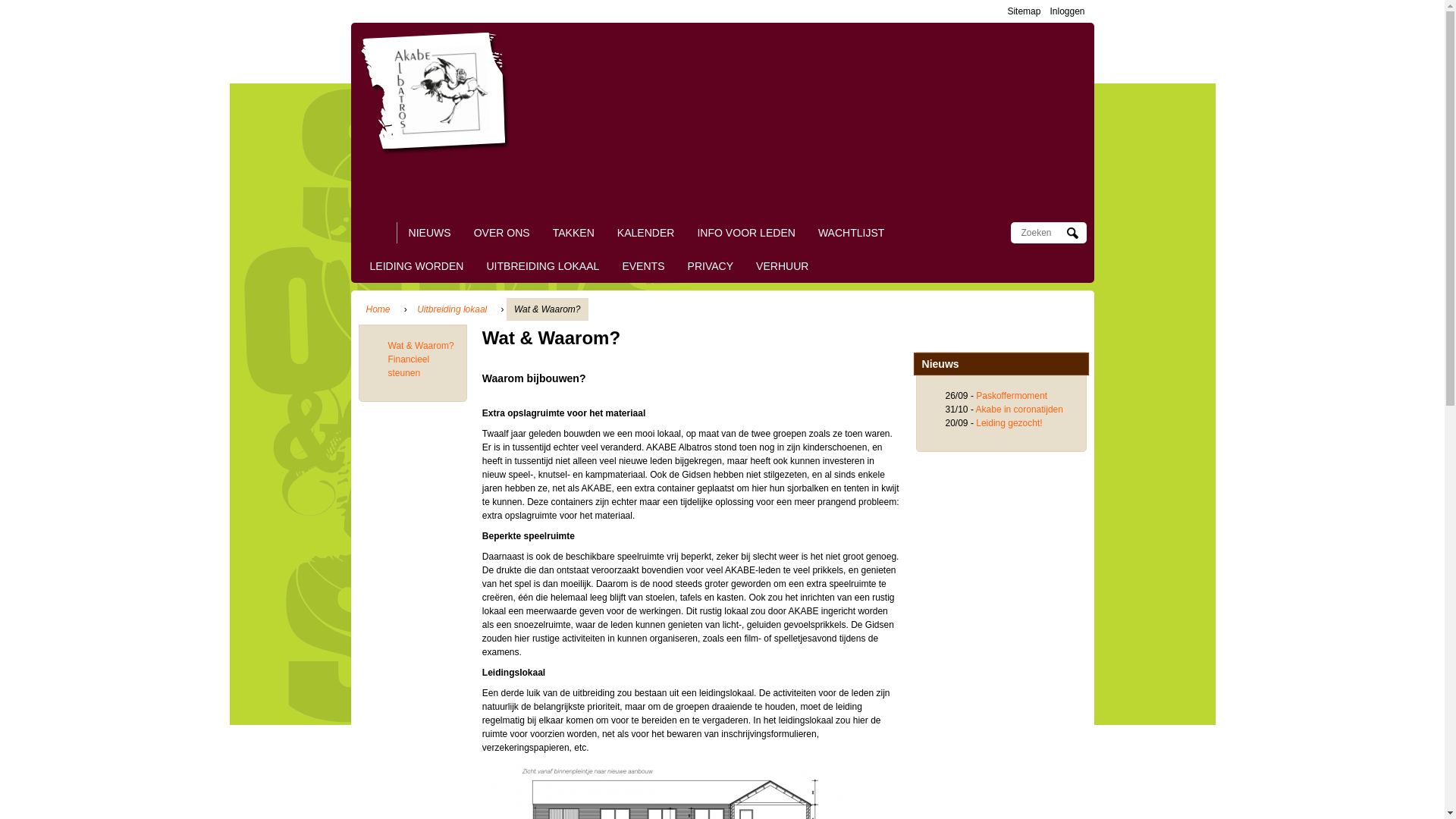  What do you see at coordinates (472, 233) in the screenshot?
I see `'OVER ONS'` at bounding box center [472, 233].